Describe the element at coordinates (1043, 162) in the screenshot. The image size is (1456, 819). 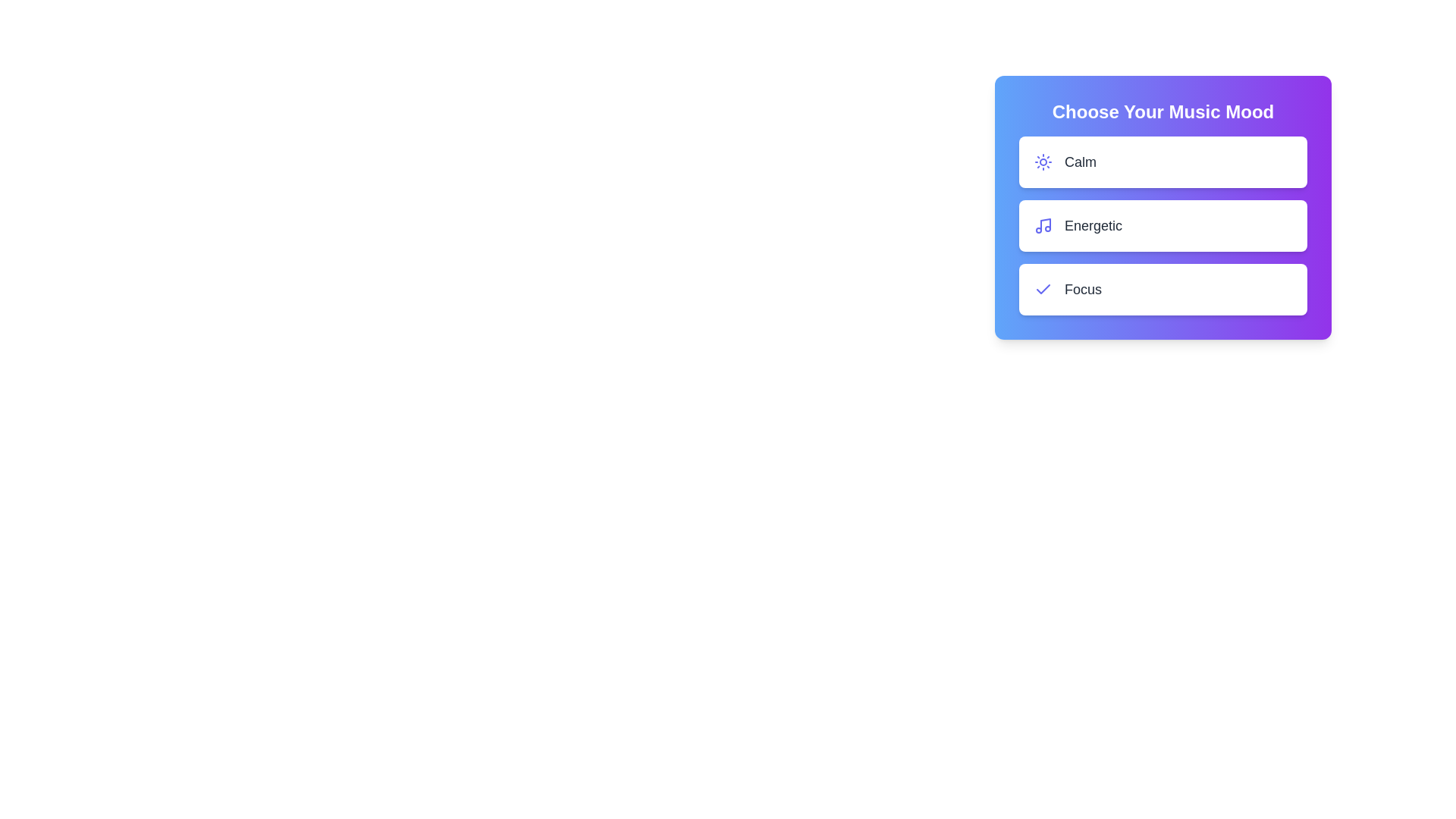
I see `the sun icon button located to the left of the text 'Calm', which serves as a visual representation for the mood option` at that location.